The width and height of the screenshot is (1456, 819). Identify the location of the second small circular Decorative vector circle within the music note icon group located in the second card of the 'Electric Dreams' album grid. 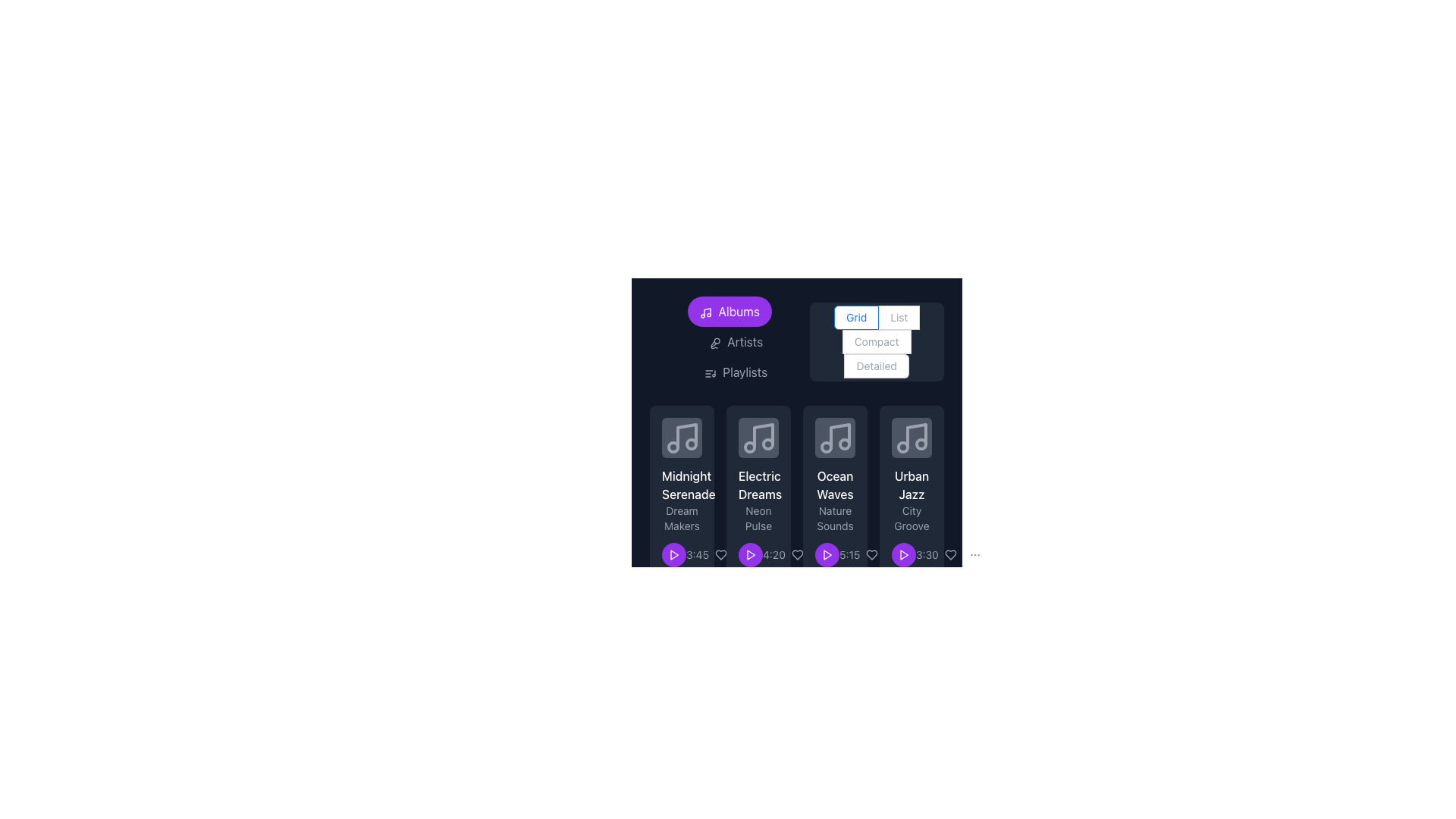
(767, 444).